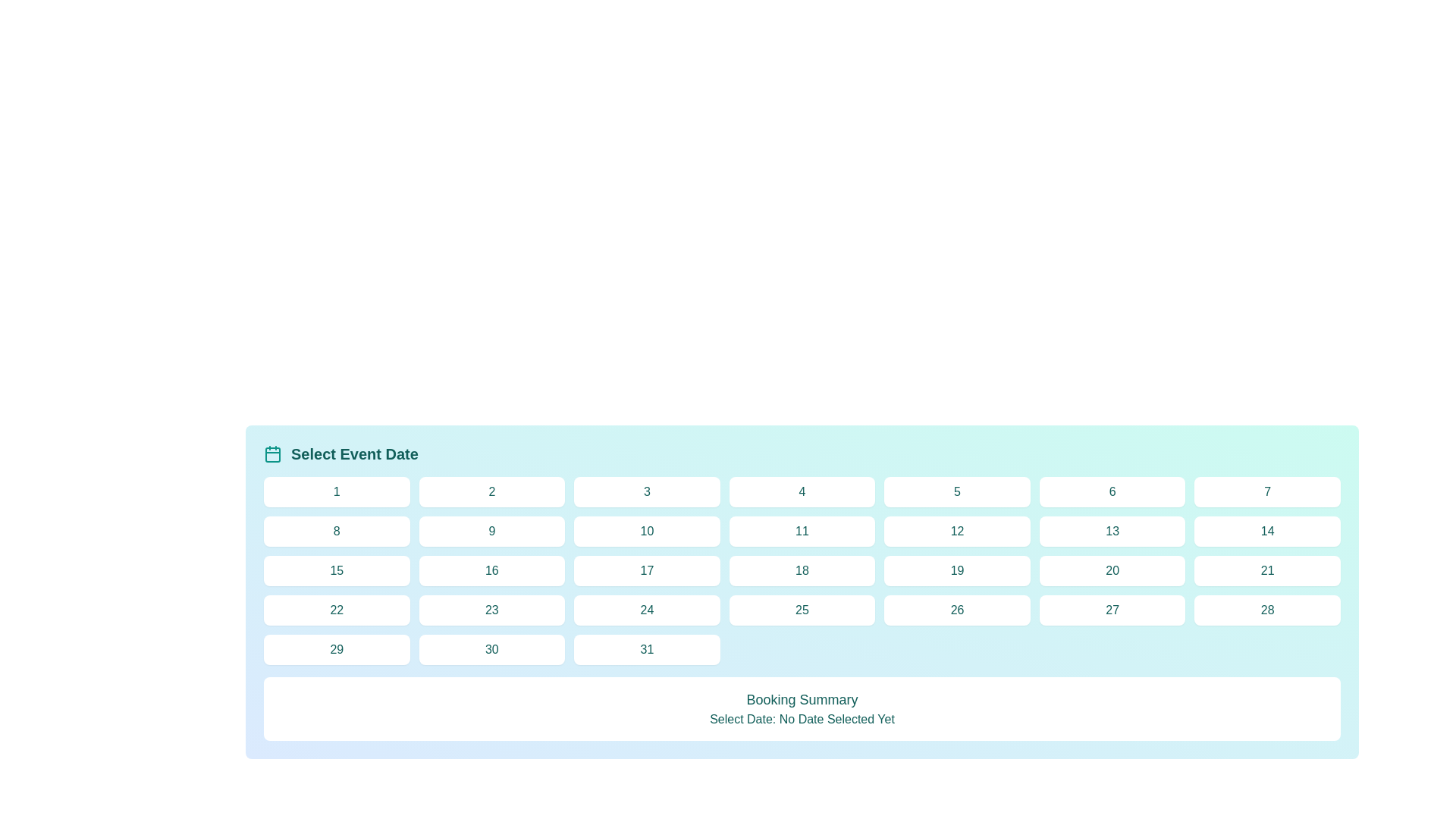  I want to click on the selectable date button for the 8th day in the calendar grid, so click(336, 531).